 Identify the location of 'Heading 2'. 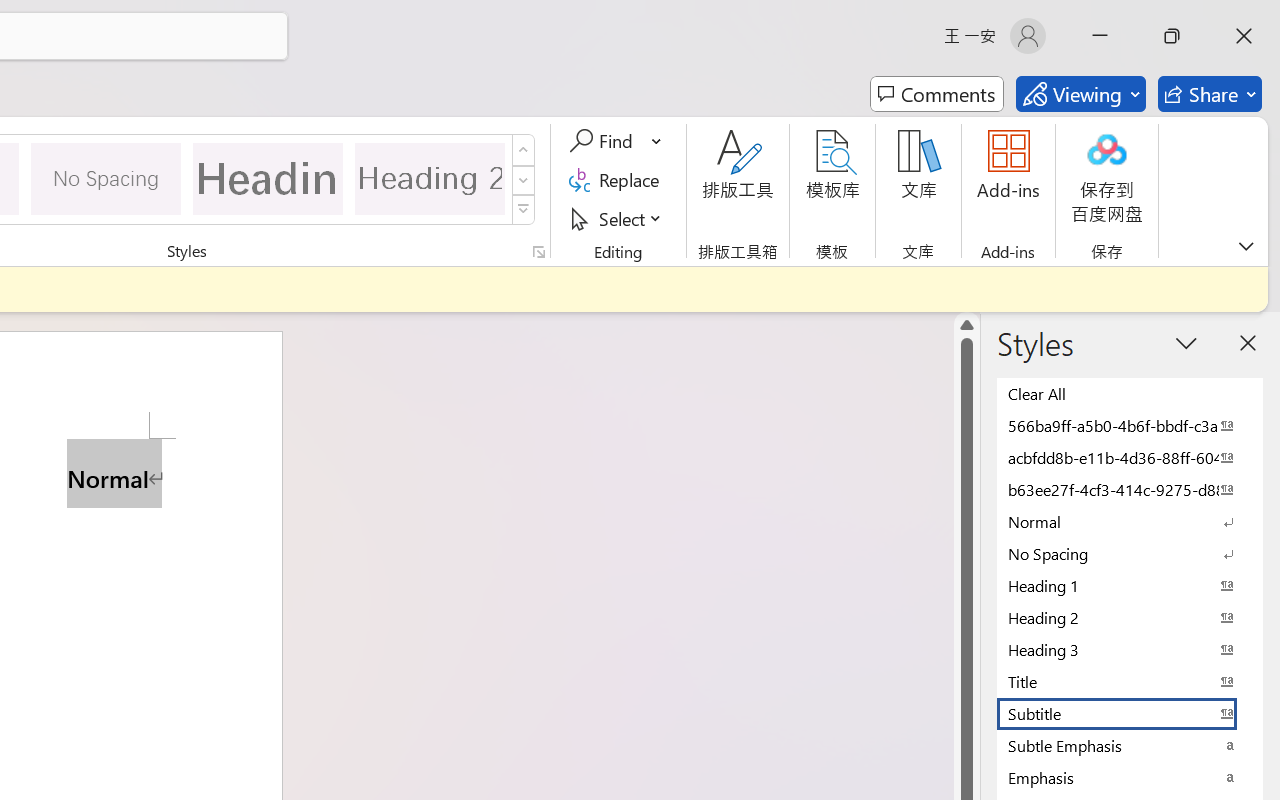
(429, 177).